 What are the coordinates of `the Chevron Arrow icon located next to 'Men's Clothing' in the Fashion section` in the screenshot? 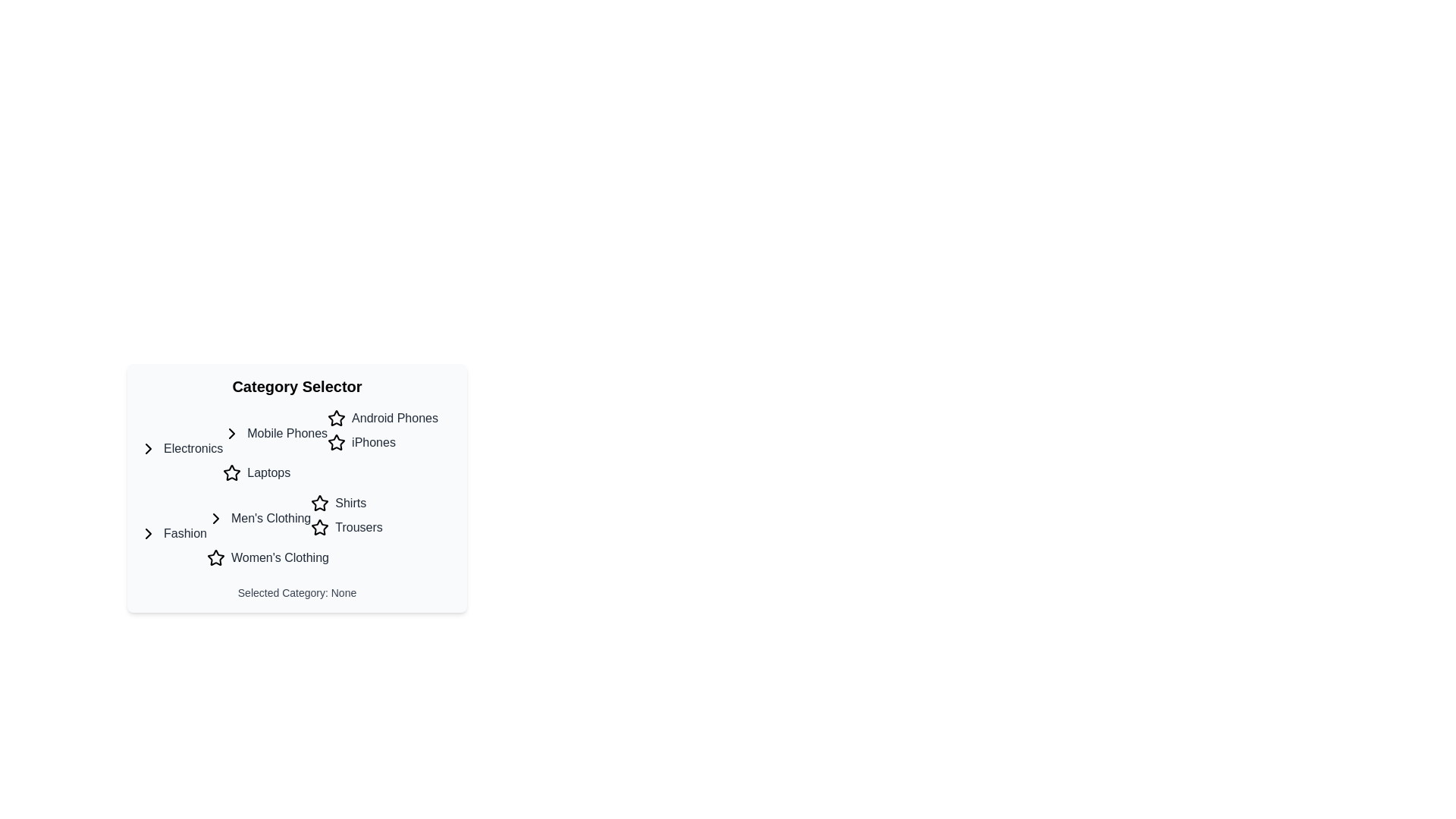 It's located at (215, 517).